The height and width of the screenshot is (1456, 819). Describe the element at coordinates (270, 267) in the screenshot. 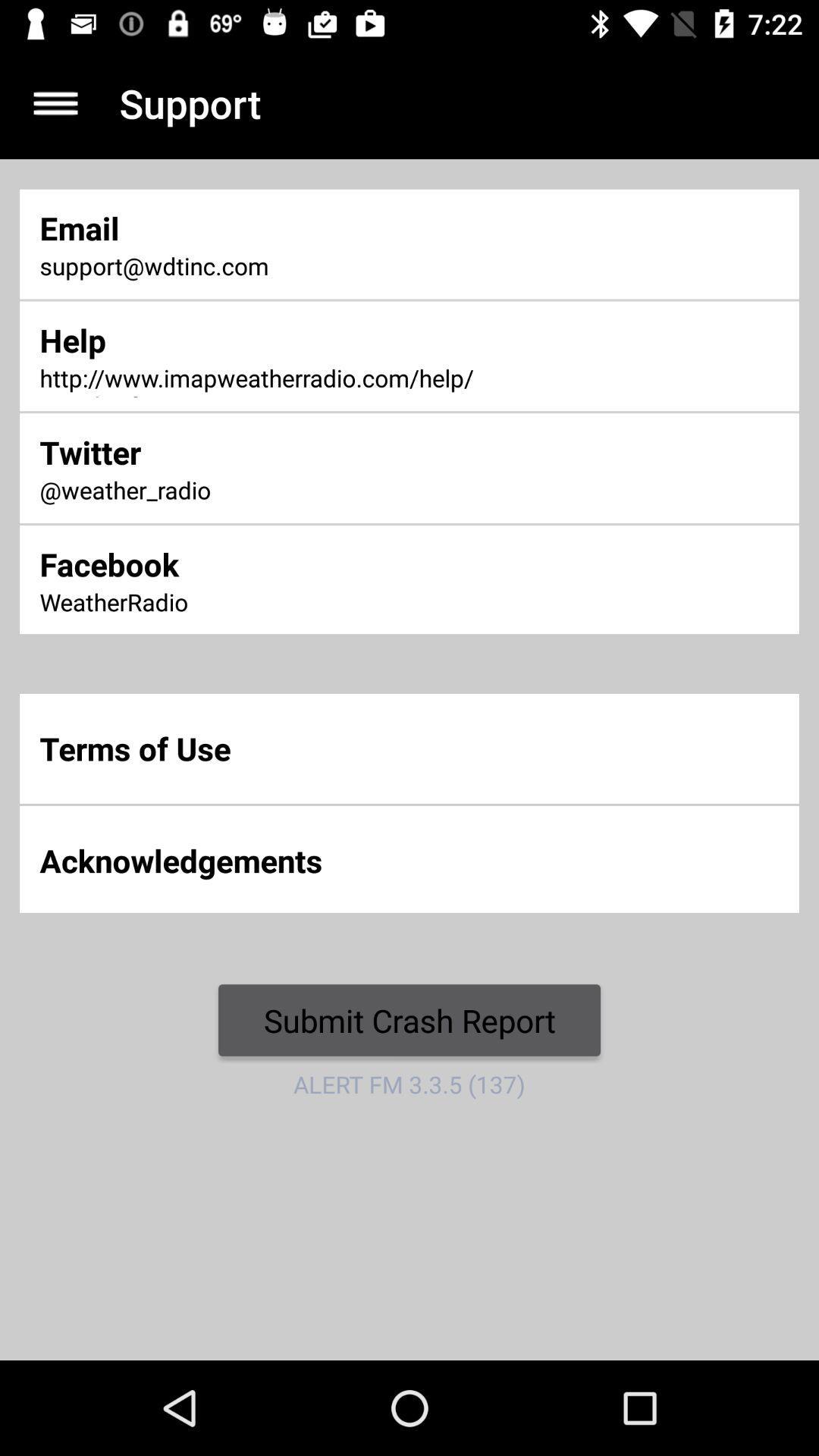

I see `item above the help icon` at that location.